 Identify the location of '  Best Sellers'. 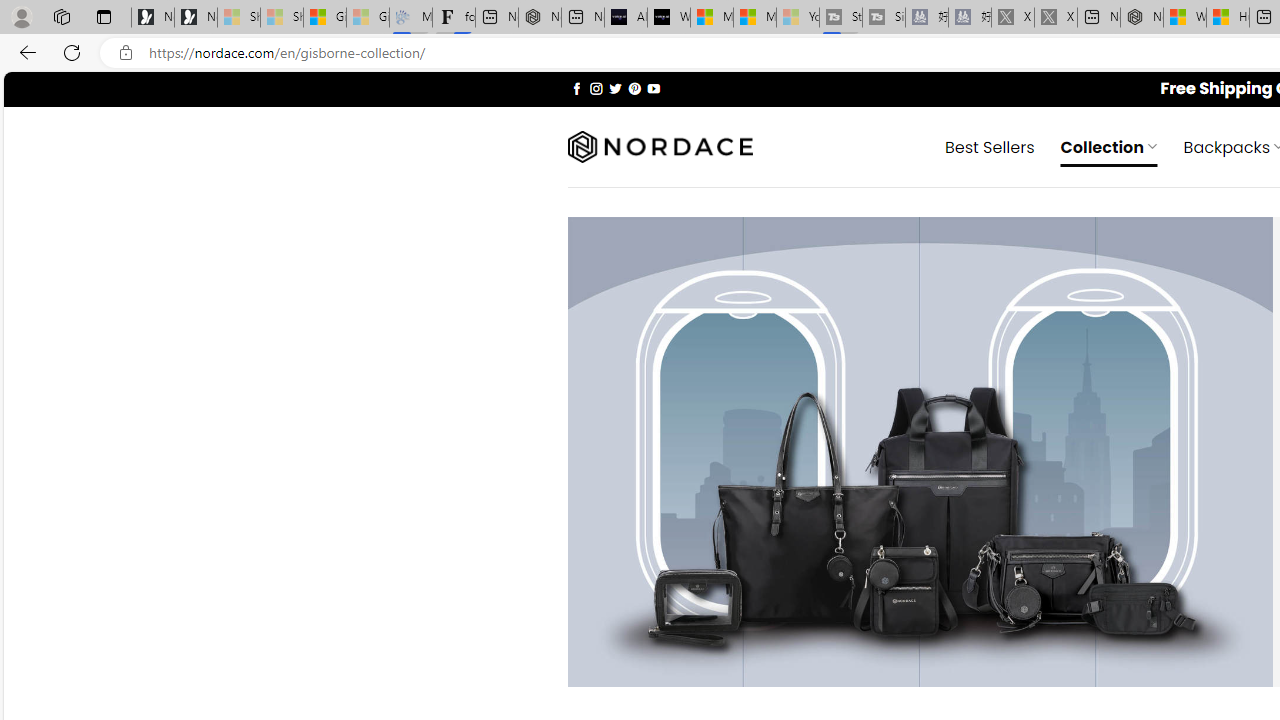
(990, 145).